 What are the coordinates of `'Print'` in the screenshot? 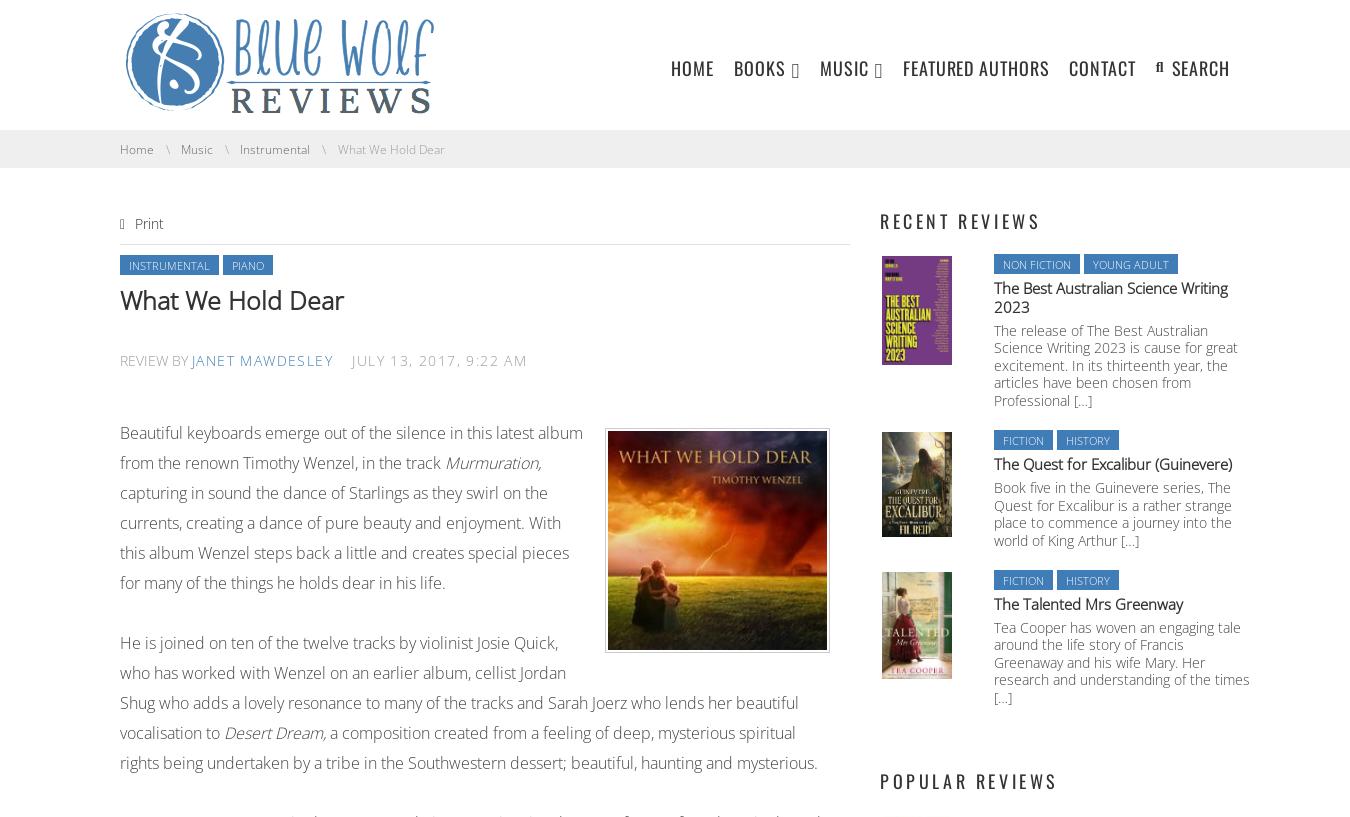 It's located at (135, 221).